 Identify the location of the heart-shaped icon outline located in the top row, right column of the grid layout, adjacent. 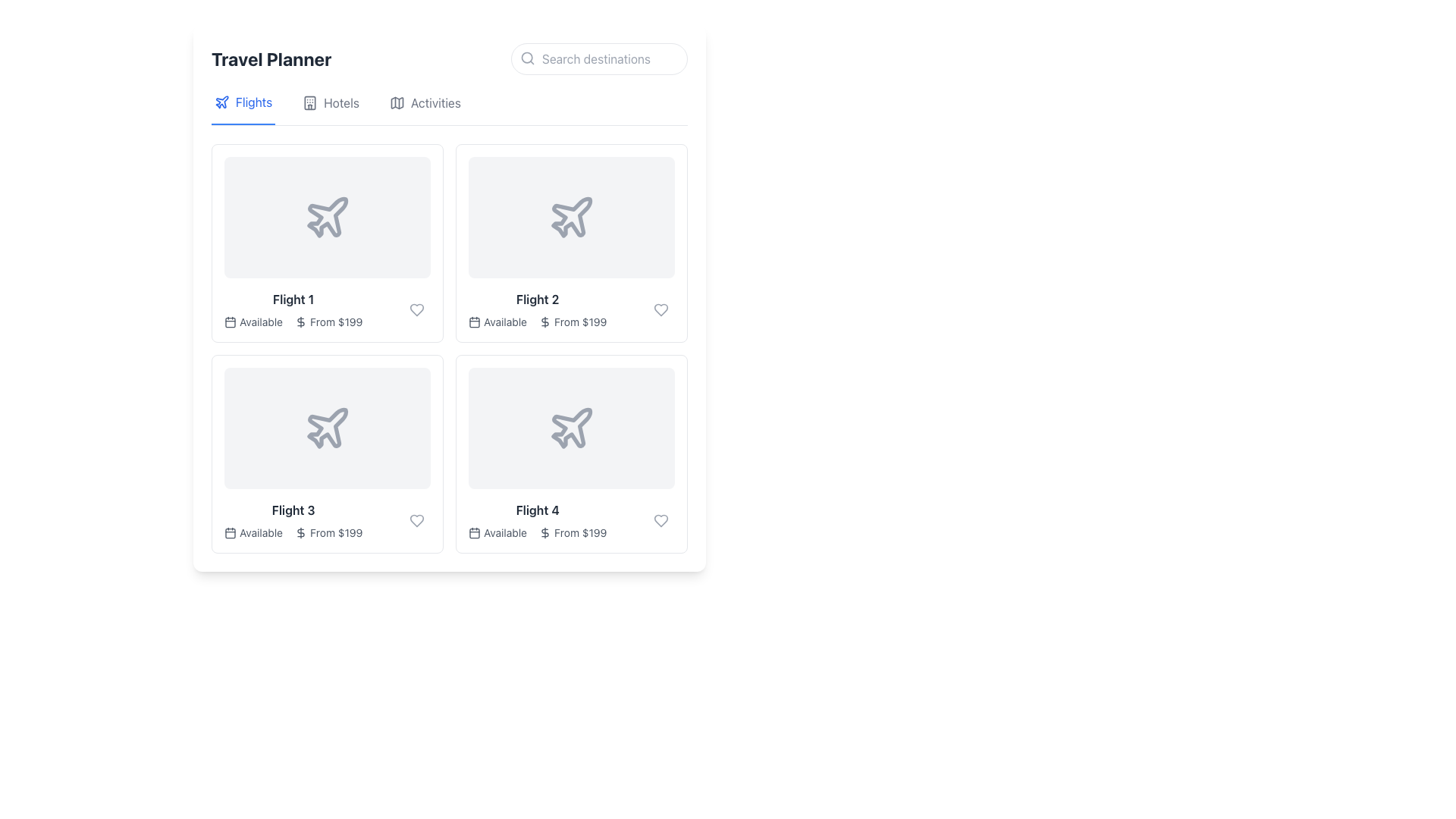
(661, 309).